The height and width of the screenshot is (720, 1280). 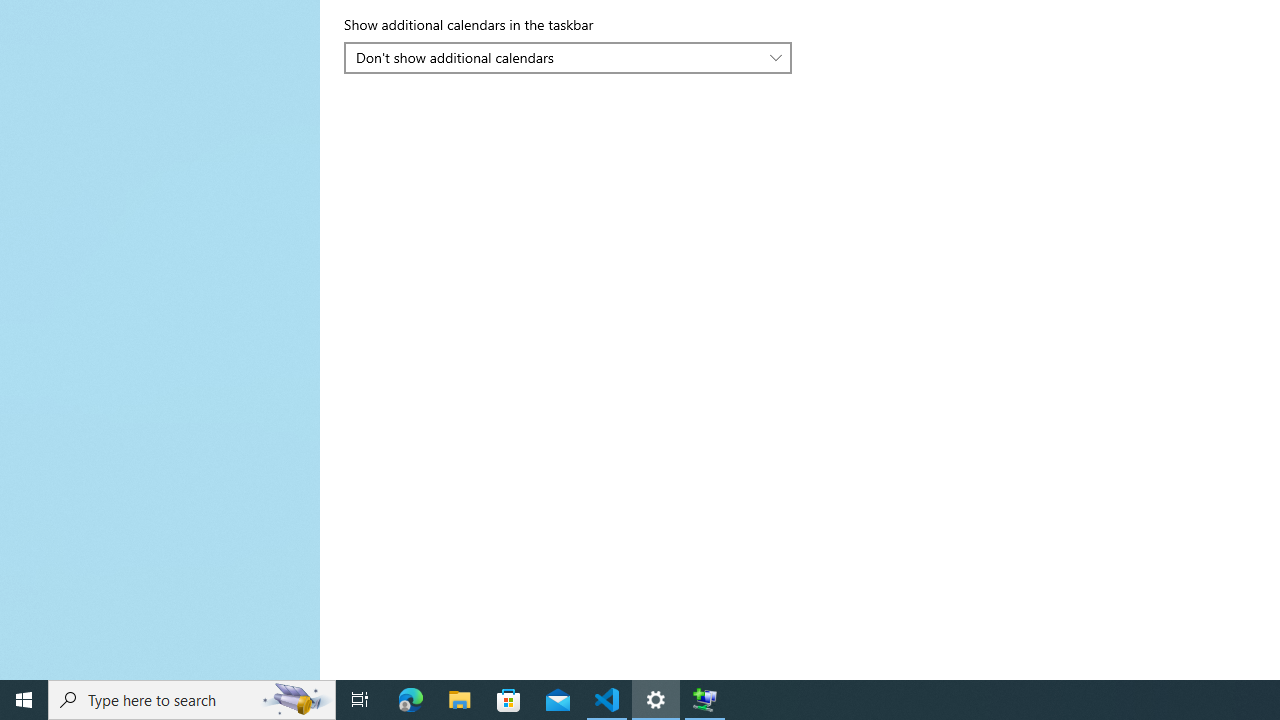 I want to click on 'Extensible Wizards Host Process - 1 running window', so click(x=705, y=698).